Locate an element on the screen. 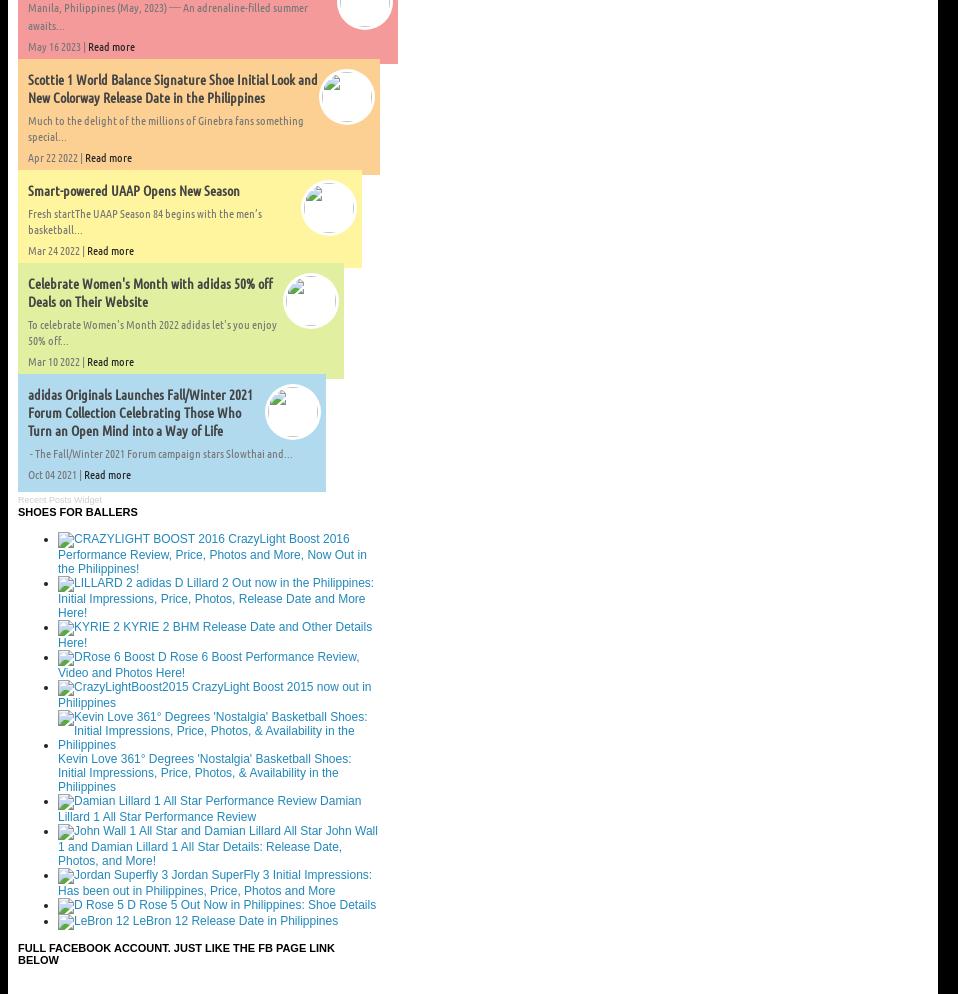 Image resolution: width=958 pixels, height=994 pixels. 'Apr 22 2022 |' is located at coordinates (26, 156).